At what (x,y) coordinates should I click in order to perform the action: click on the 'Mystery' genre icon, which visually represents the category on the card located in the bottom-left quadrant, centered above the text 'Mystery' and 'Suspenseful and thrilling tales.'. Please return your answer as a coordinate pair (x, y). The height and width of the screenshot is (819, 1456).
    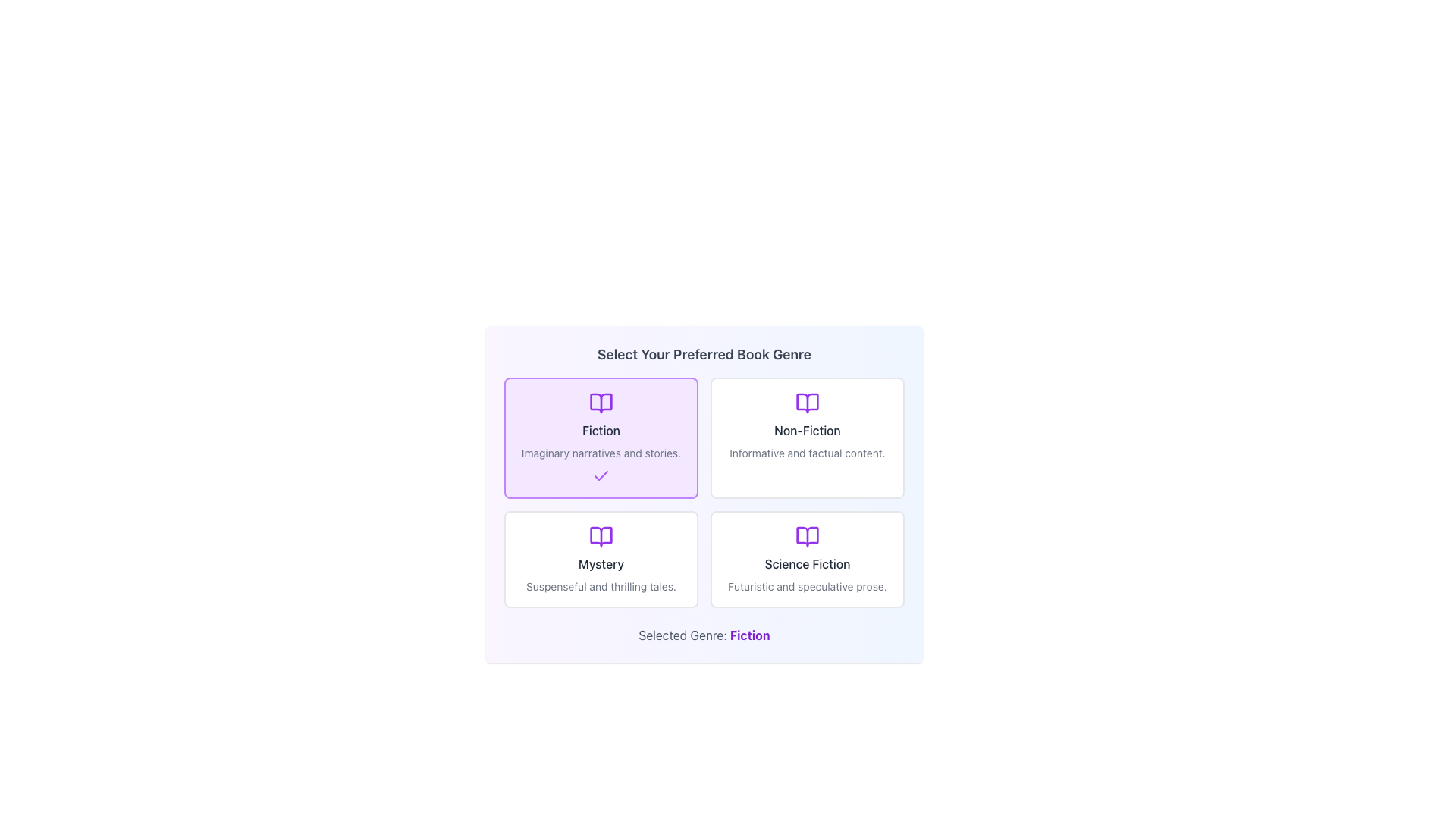
    Looking at the image, I should click on (600, 536).